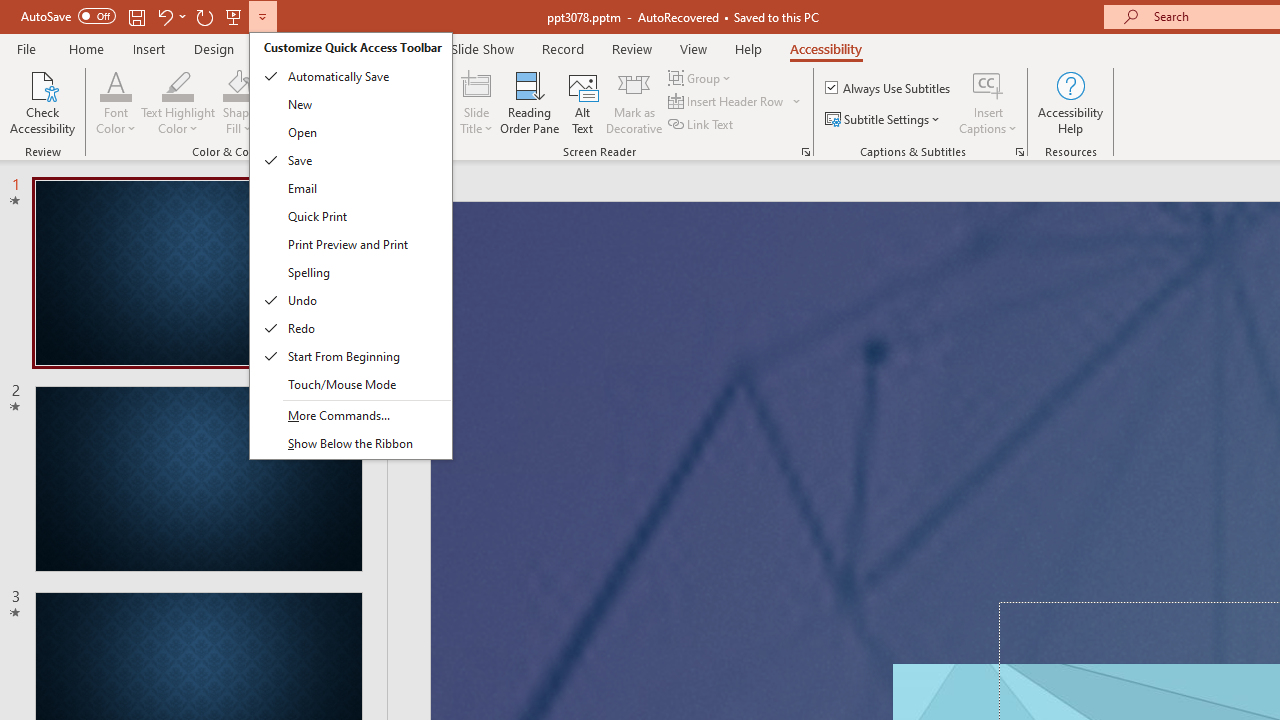 The width and height of the screenshot is (1280, 720). I want to click on 'Link Text', so click(702, 124).